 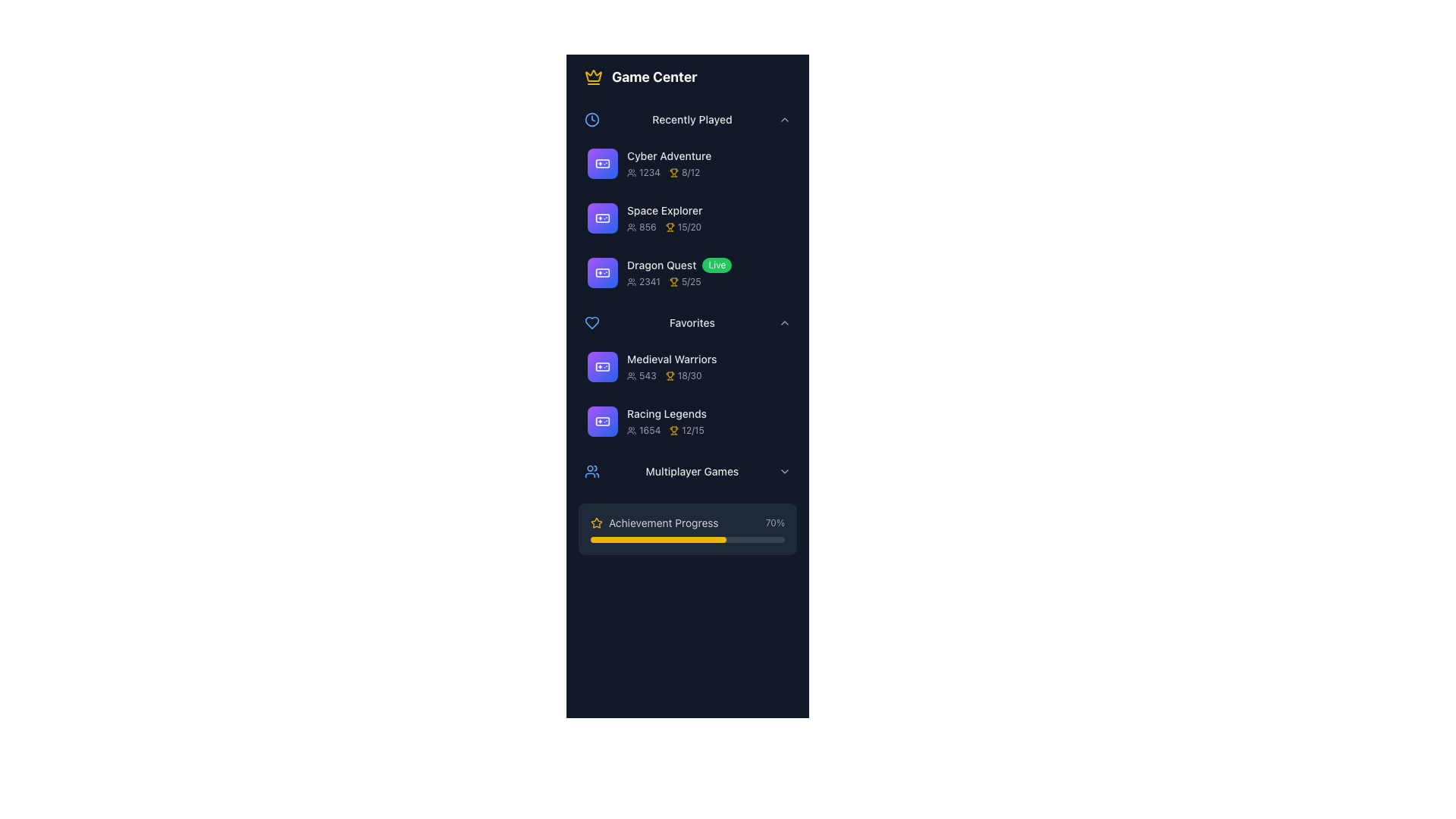 I want to click on the small gray icon resembling a group of people located in the 'Favorites' section next to the text '1654' under the game titled 'Racing Legends', so click(x=632, y=430).